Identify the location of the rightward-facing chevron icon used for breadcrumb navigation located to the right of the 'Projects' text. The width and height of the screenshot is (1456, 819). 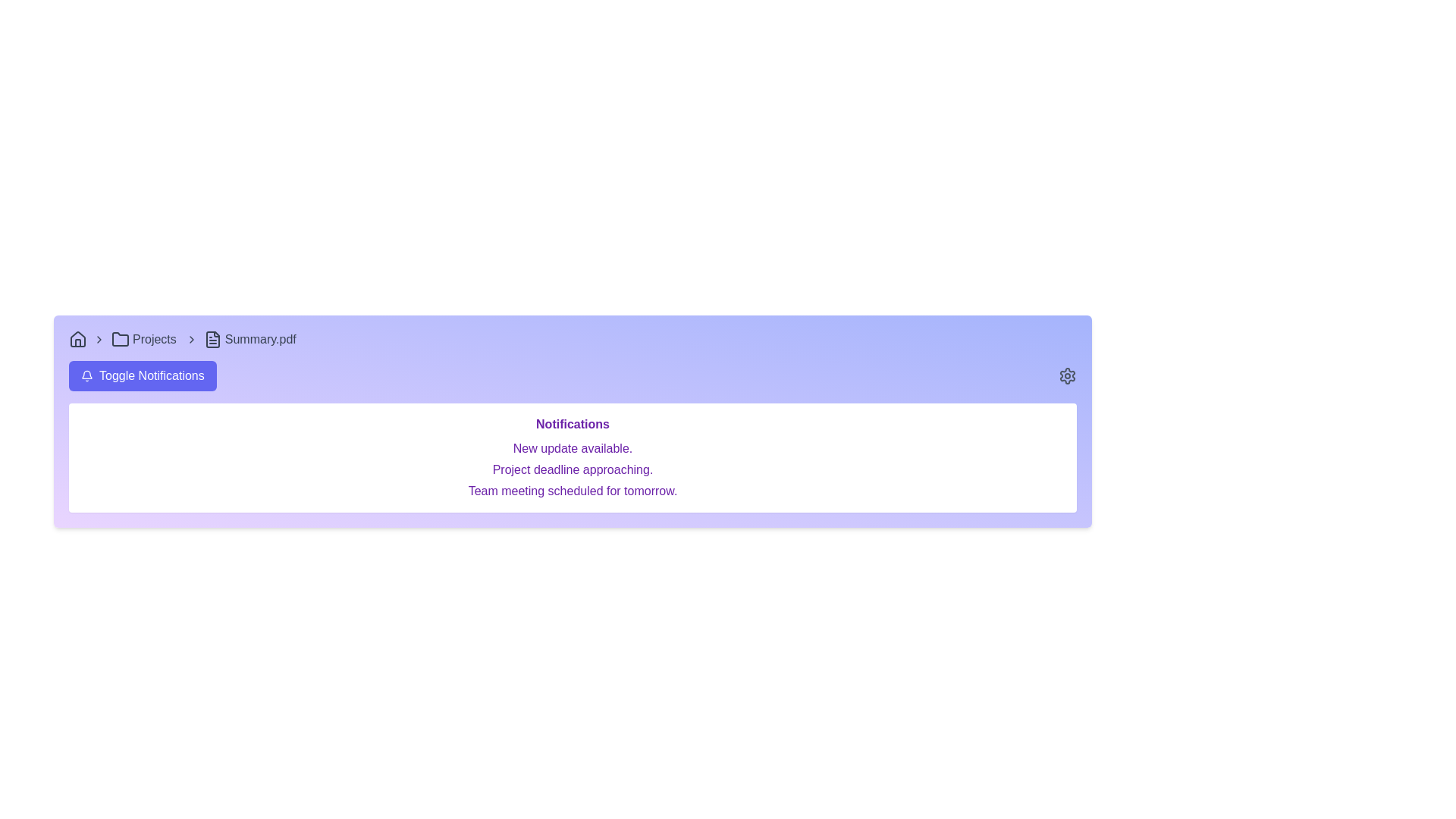
(190, 338).